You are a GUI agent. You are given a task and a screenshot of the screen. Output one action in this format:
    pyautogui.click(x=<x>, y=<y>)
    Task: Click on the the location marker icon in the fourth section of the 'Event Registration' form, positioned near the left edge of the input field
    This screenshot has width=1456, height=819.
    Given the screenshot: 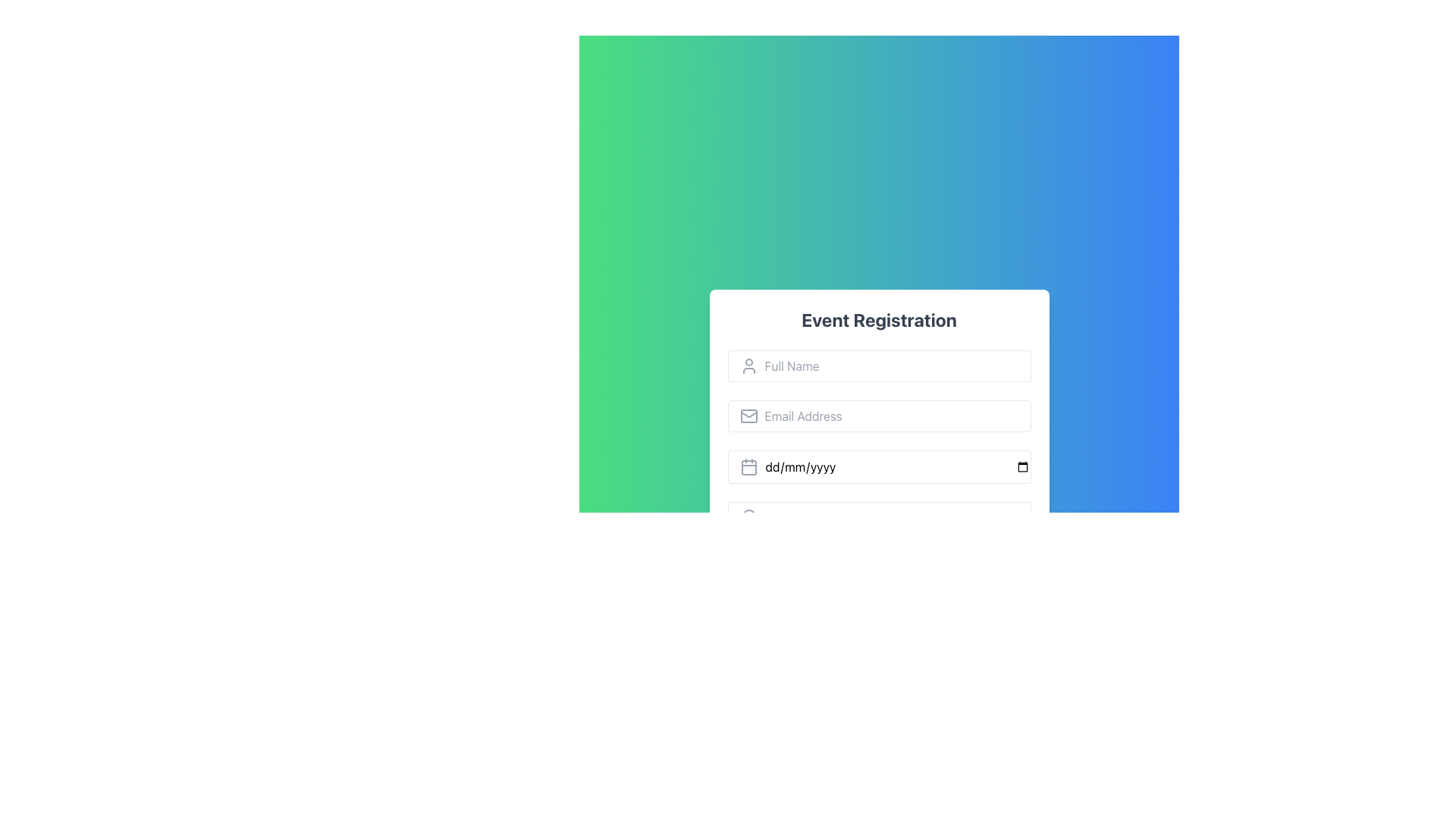 What is the action you would take?
    pyautogui.click(x=748, y=516)
    